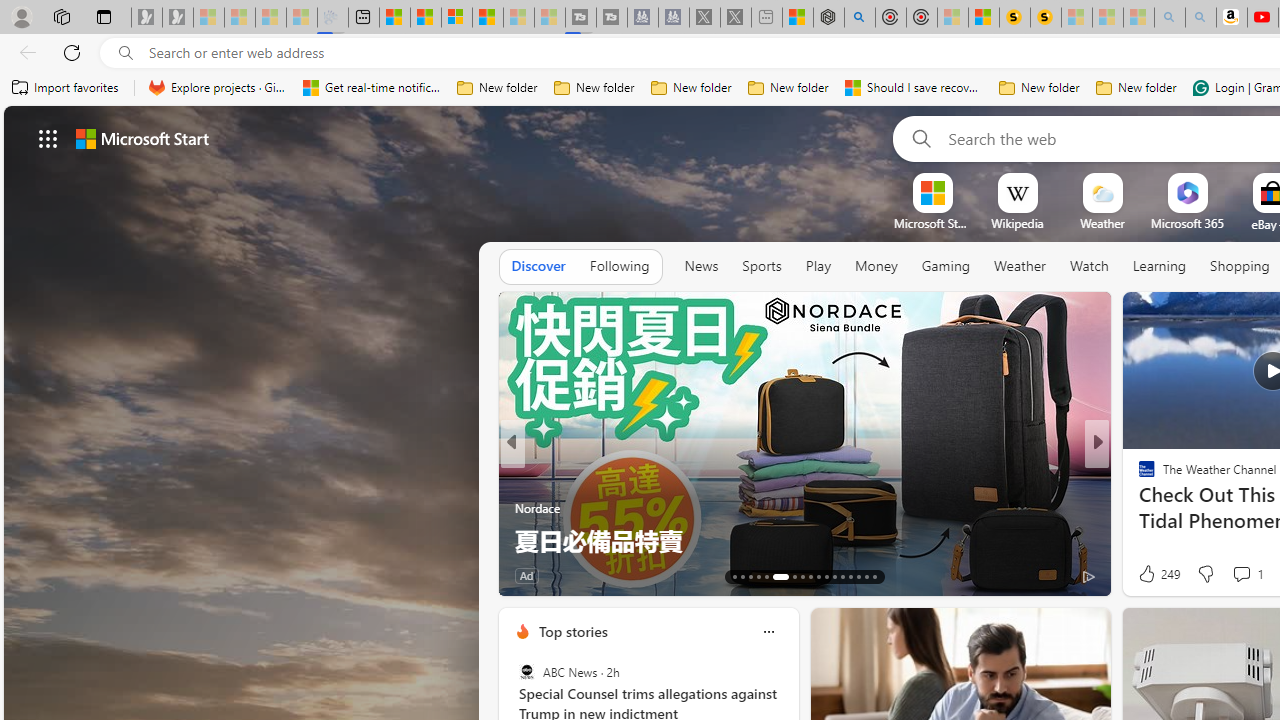  What do you see at coordinates (767, 632) in the screenshot?
I see `'Class: icon-img'` at bounding box center [767, 632].